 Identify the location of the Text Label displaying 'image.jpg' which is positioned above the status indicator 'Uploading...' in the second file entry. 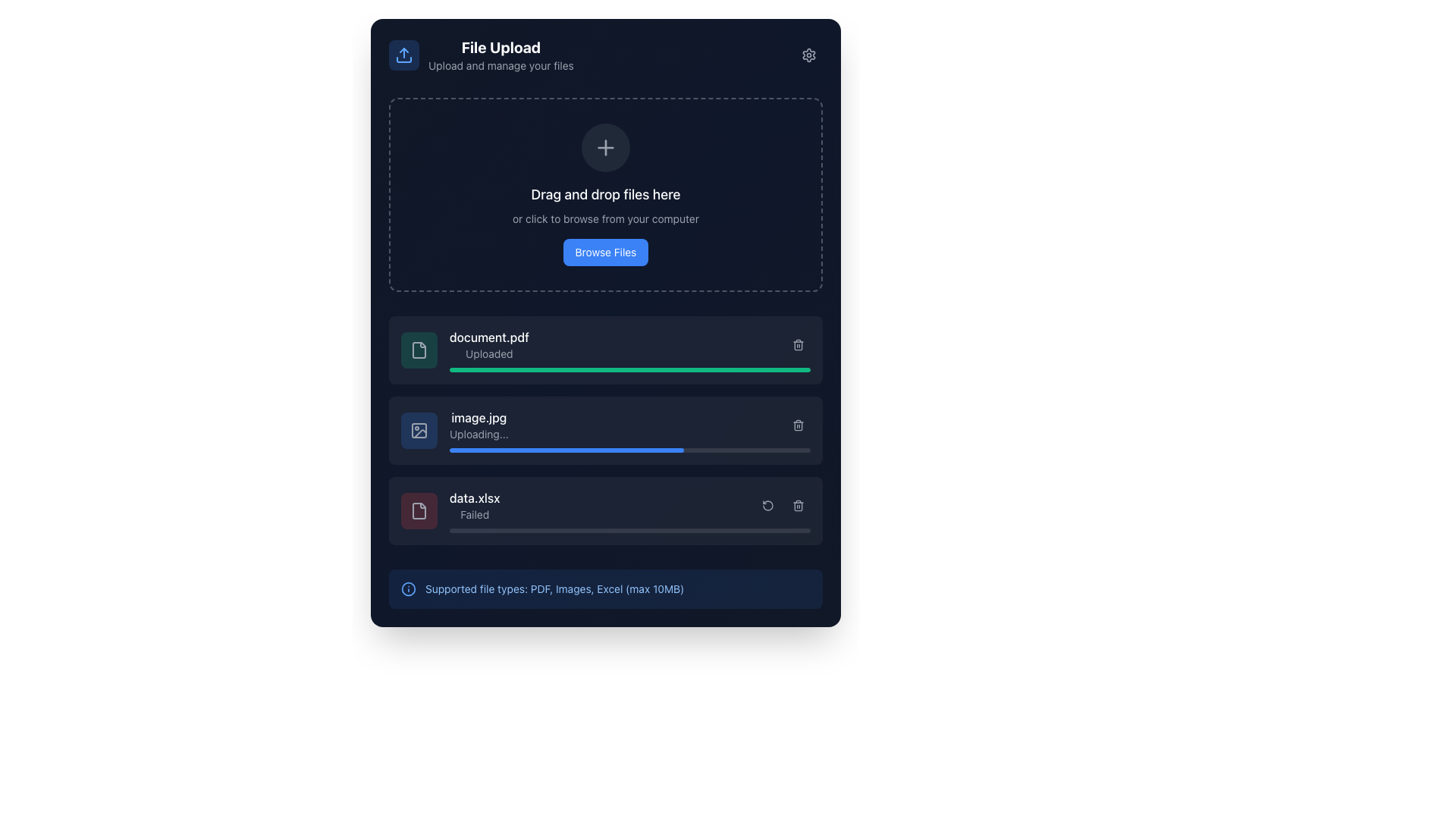
(478, 418).